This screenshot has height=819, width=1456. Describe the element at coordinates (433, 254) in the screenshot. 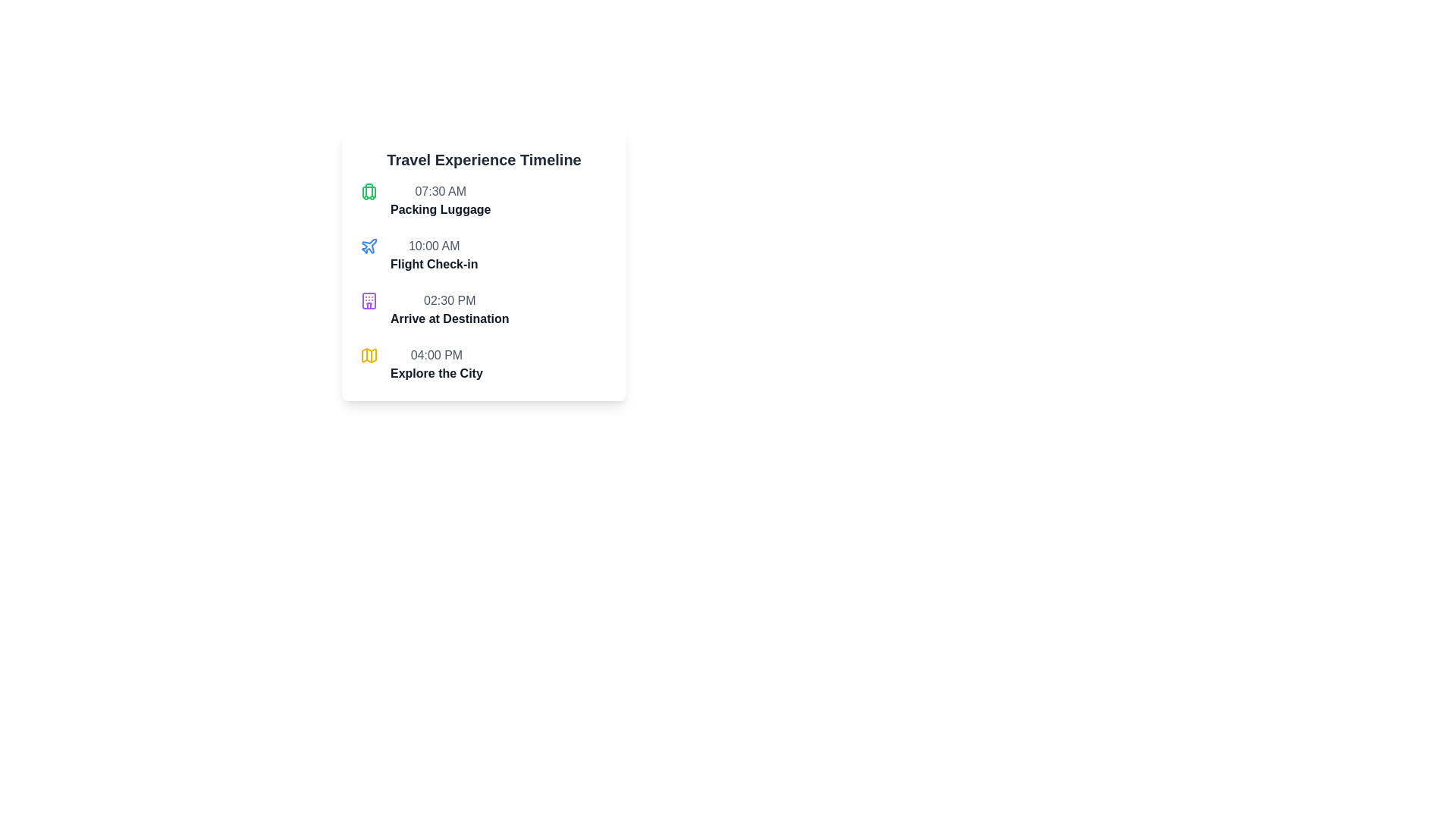

I see `the text-based informational component displaying '10:00 AM' and 'Flight Check-in' in the Travel Experience Timeline` at that location.